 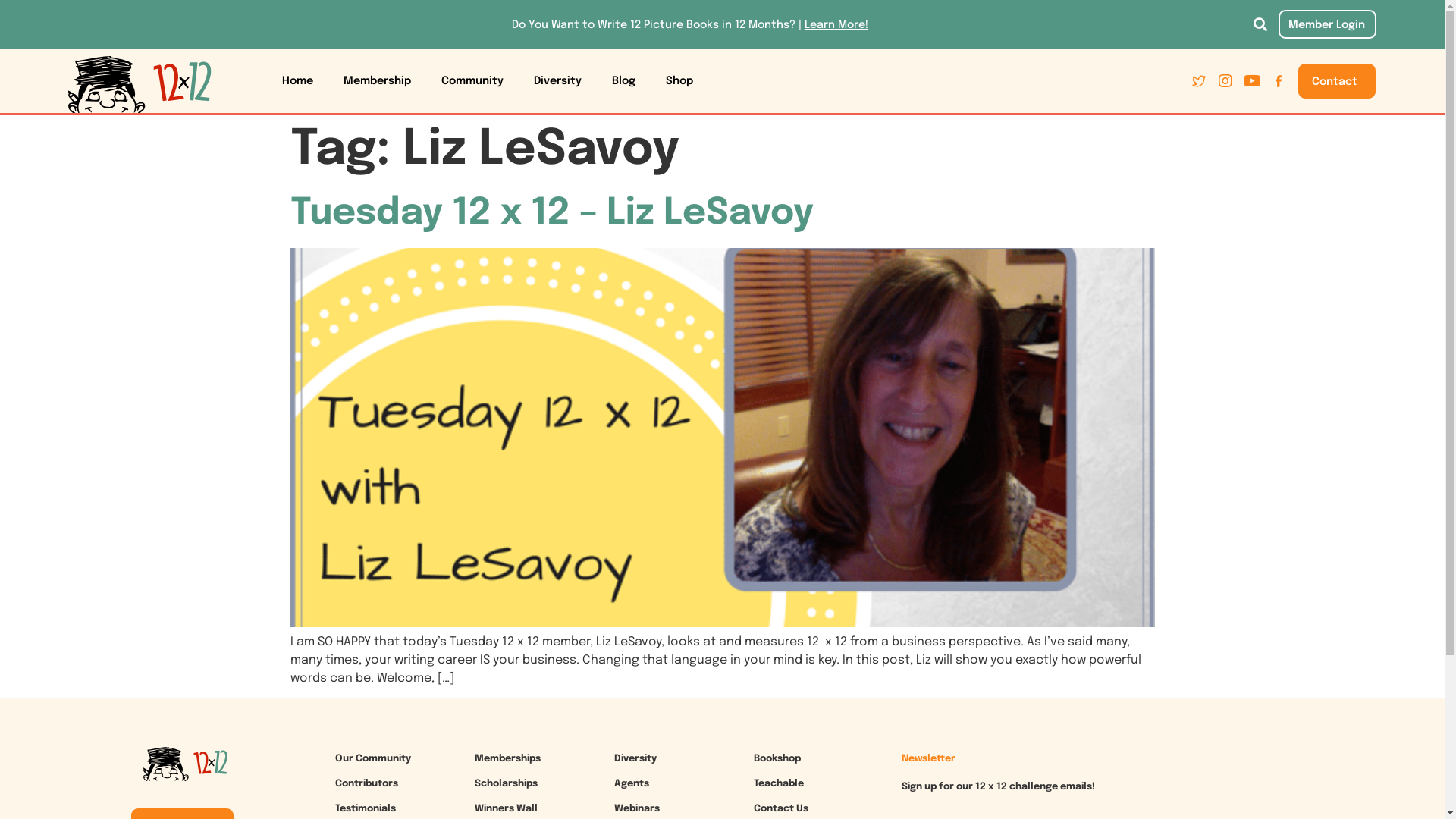 What do you see at coordinates (1336, 81) in the screenshot?
I see `'Contact'` at bounding box center [1336, 81].